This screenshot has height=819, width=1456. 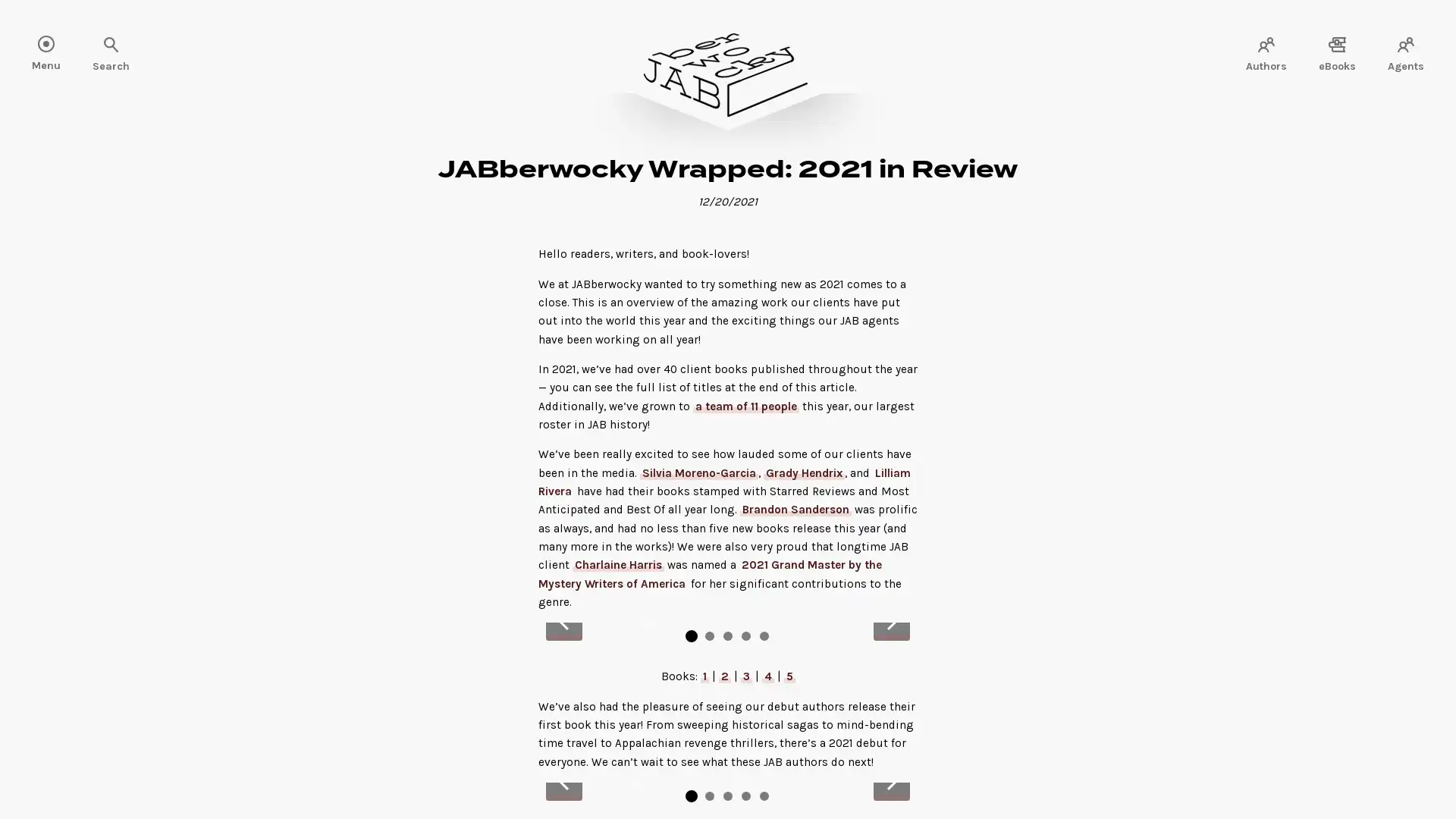 I want to click on Next slide, so click(x=892, y=623).